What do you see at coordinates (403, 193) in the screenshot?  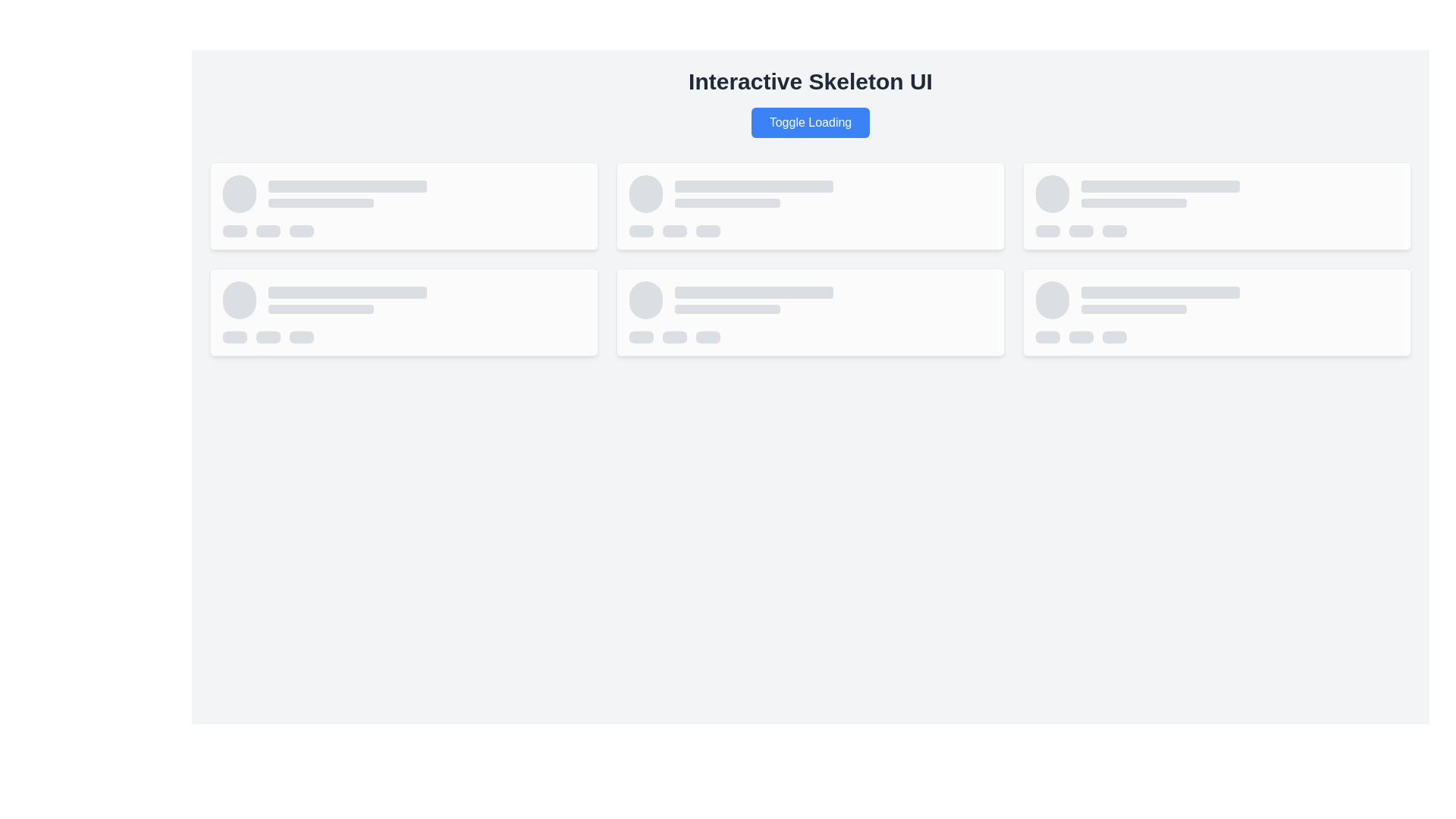 I see `the layout placeholder at the topmost component of the first card in a 2x3 grid layout, featuring a large rounded gray circle and two light gray rectangular blocks` at bounding box center [403, 193].